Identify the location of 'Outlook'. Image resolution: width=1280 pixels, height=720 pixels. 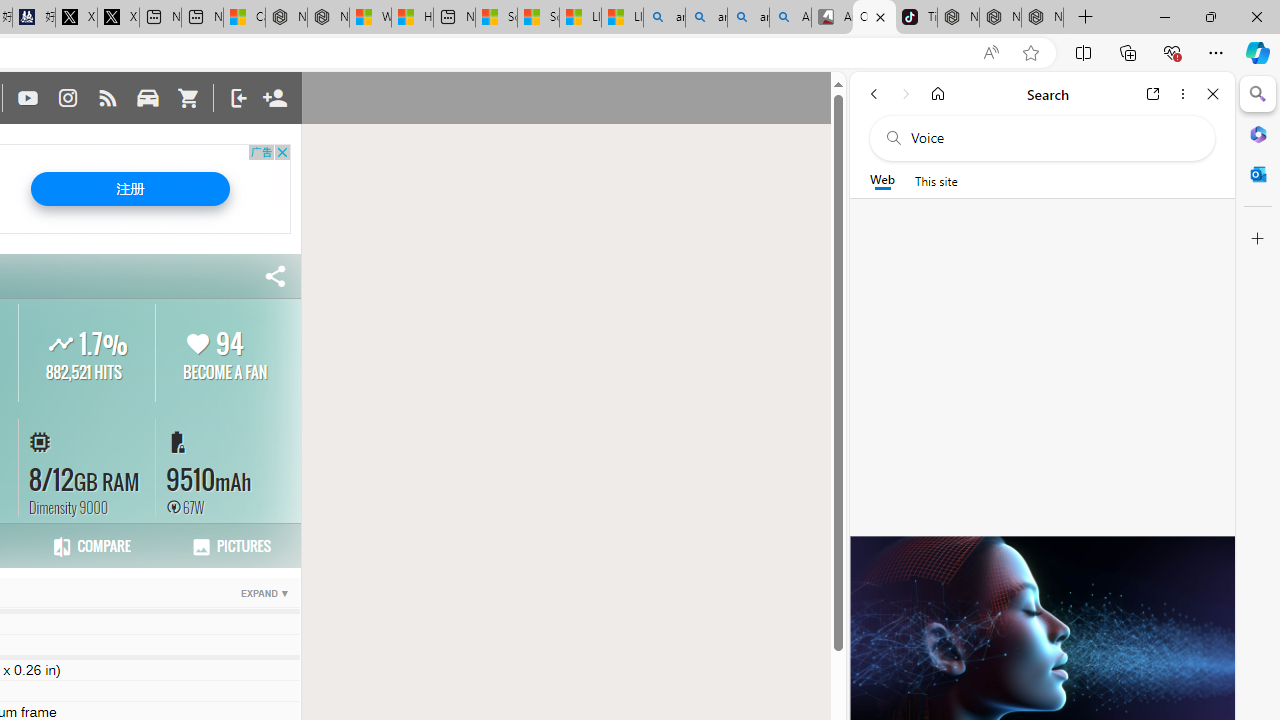
(1257, 173).